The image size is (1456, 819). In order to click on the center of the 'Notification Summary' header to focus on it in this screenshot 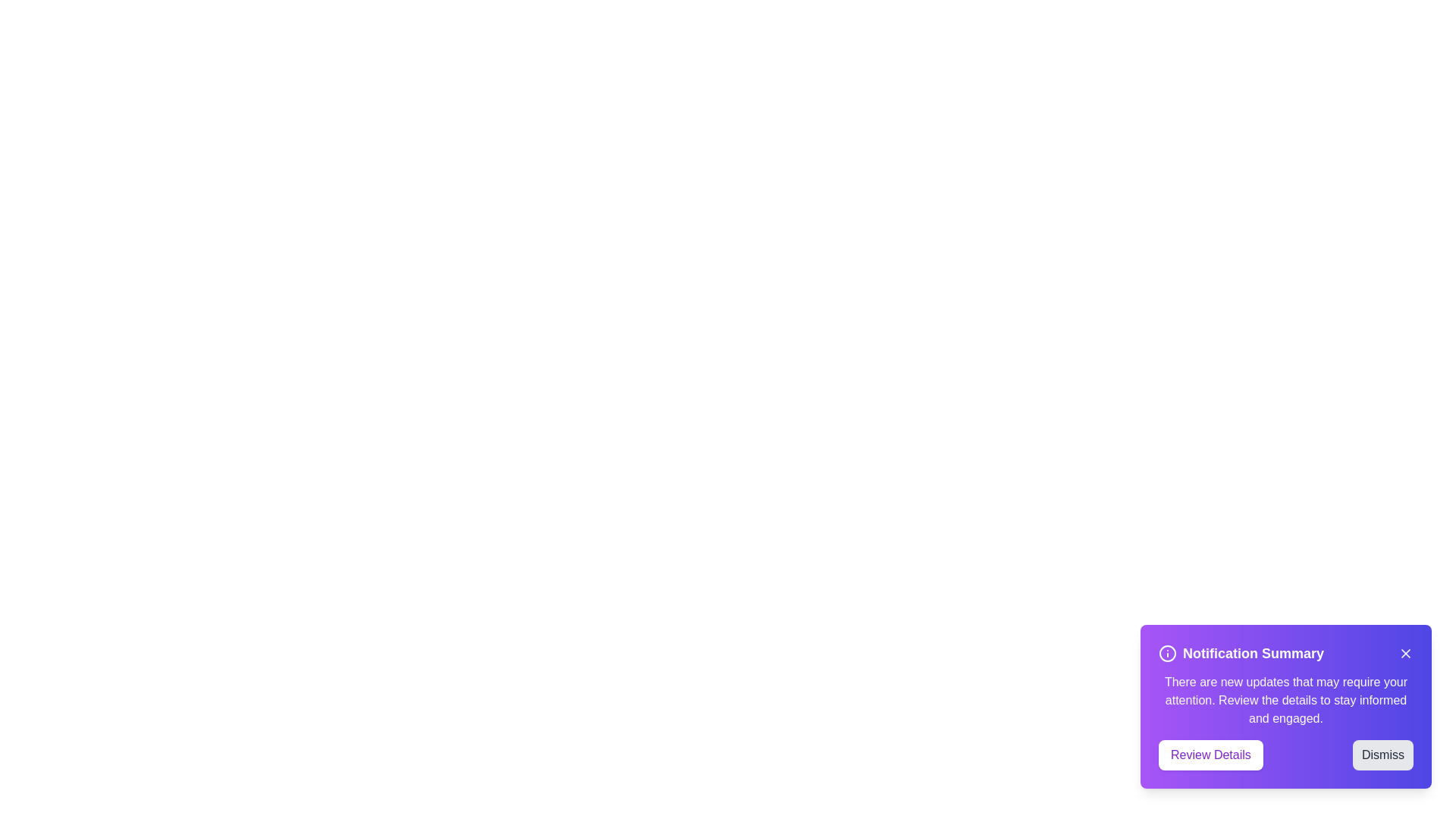, I will do `click(1253, 652)`.